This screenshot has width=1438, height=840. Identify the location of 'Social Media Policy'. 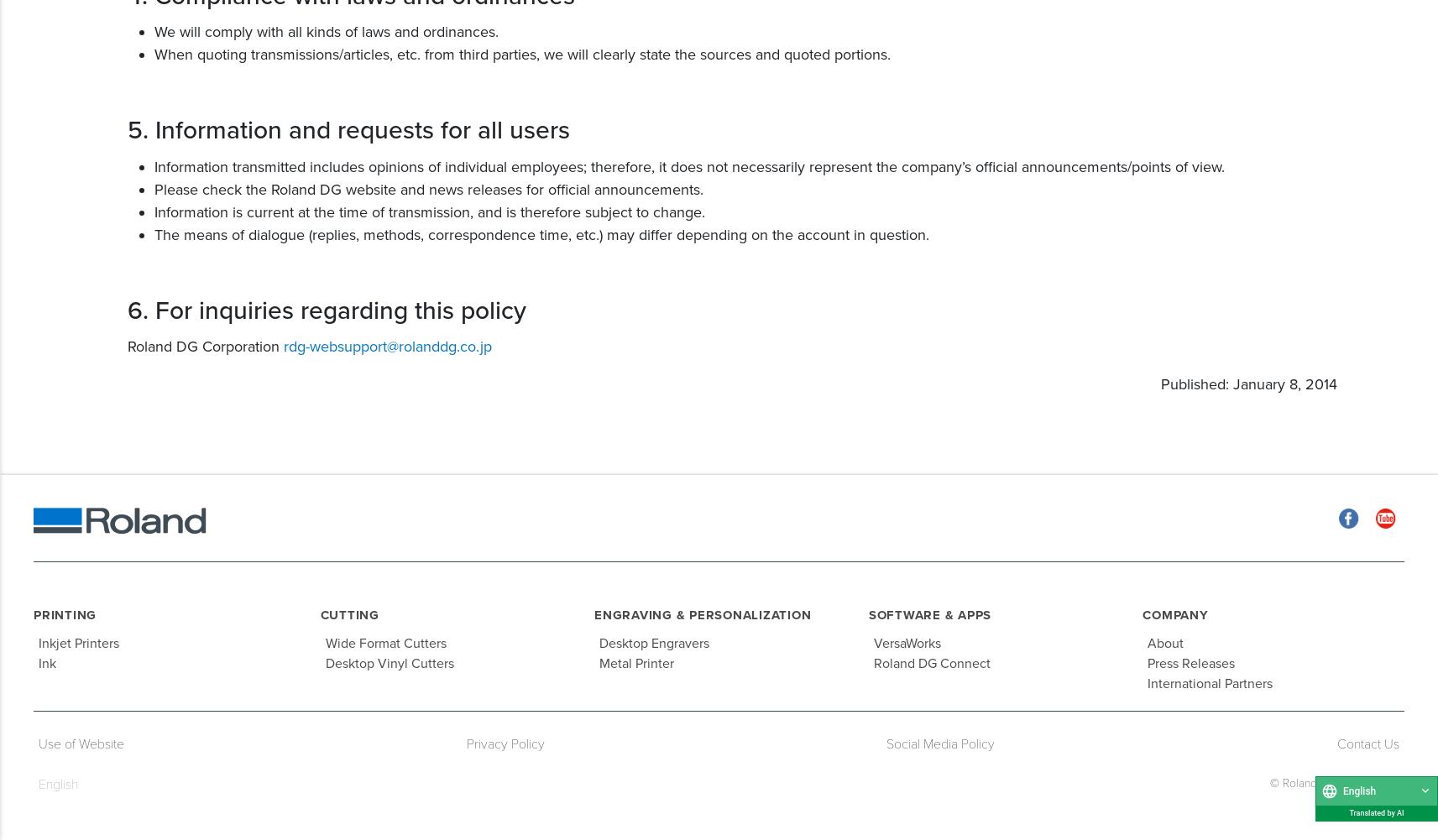
(939, 743).